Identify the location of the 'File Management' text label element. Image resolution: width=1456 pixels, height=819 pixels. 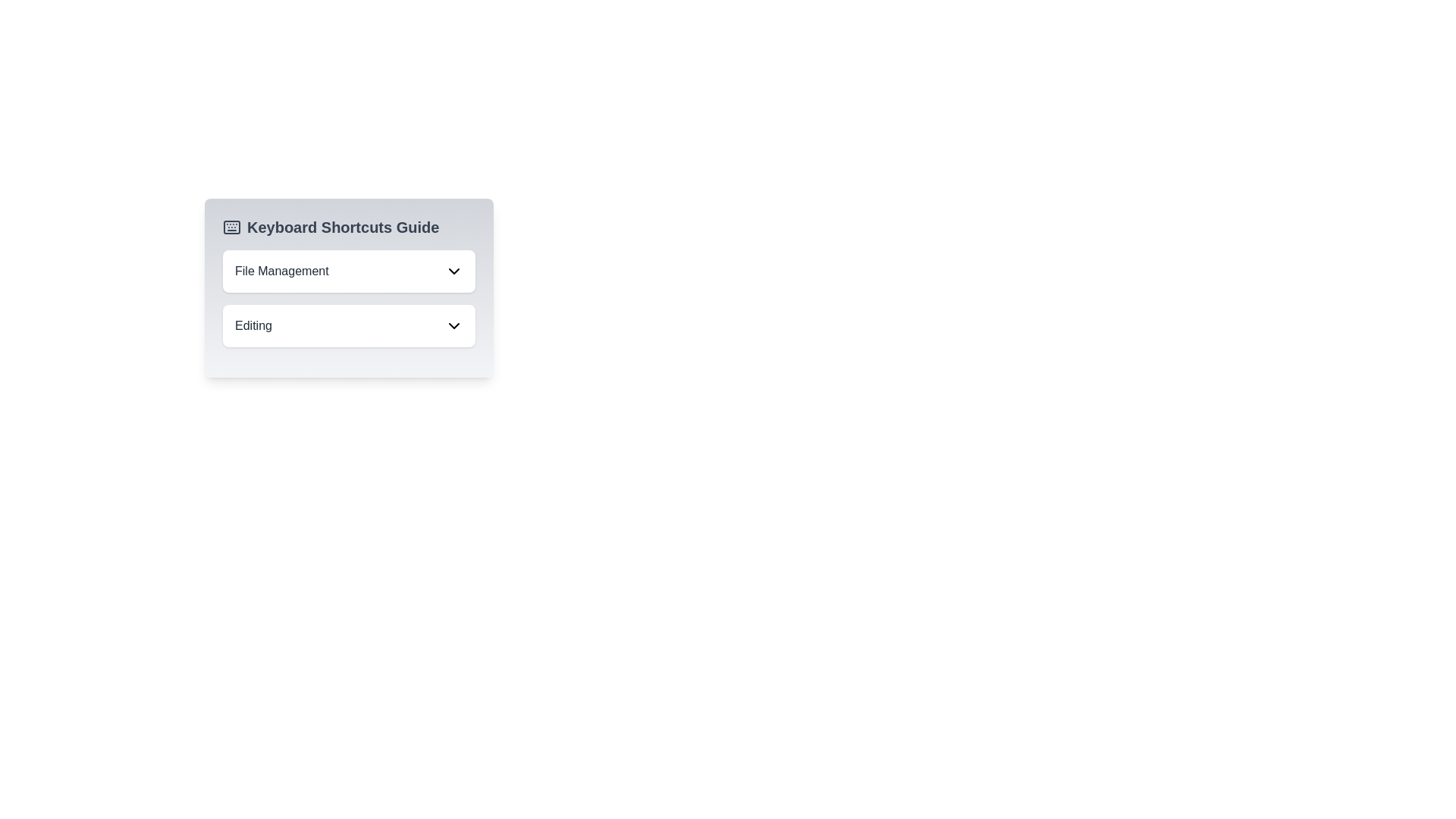
(281, 271).